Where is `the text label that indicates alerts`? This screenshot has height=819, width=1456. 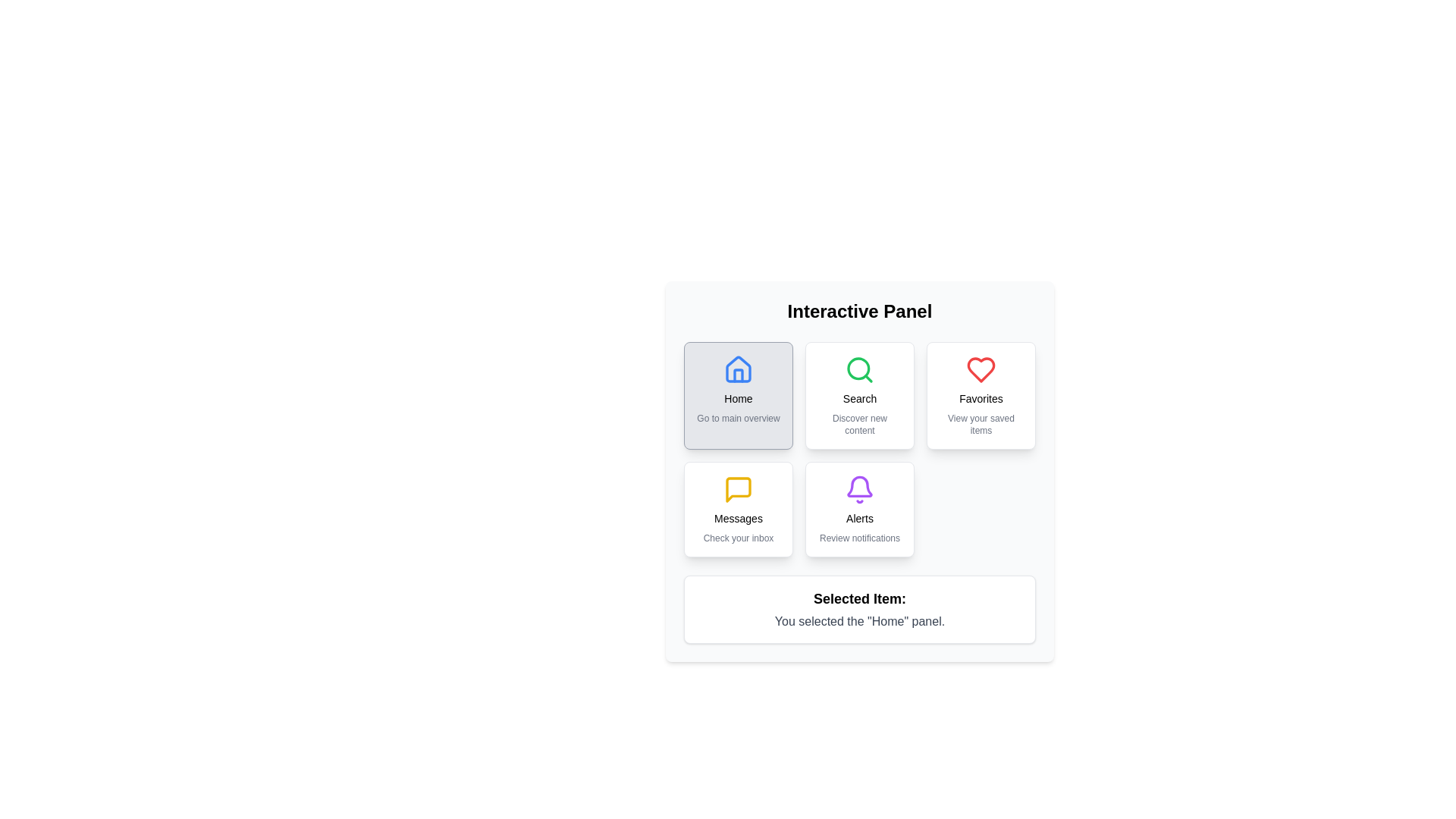
the text label that indicates alerts is located at coordinates (859, 517).